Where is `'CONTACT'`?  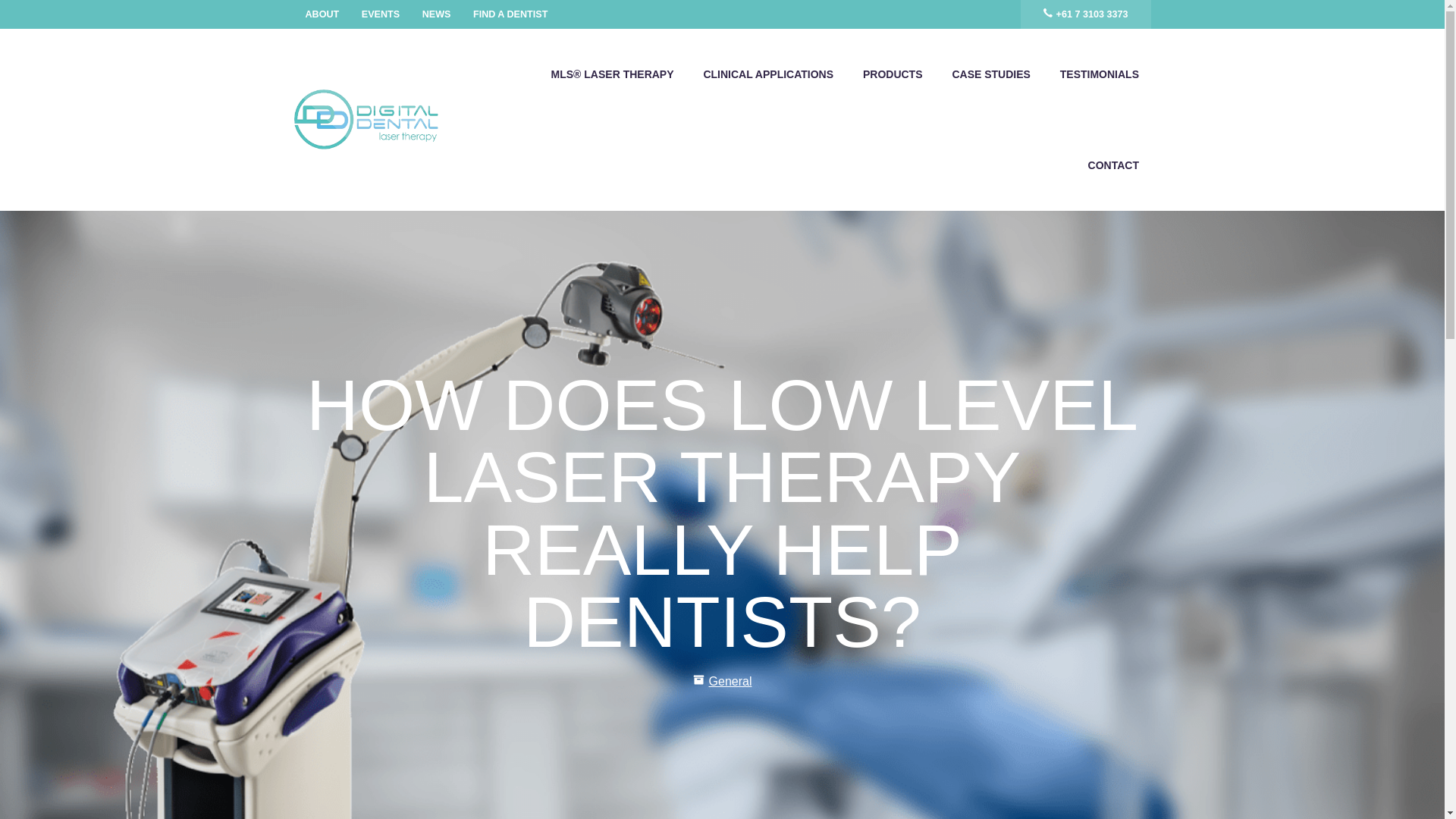
'CONTACT' is located at coordinates (1113, 165).